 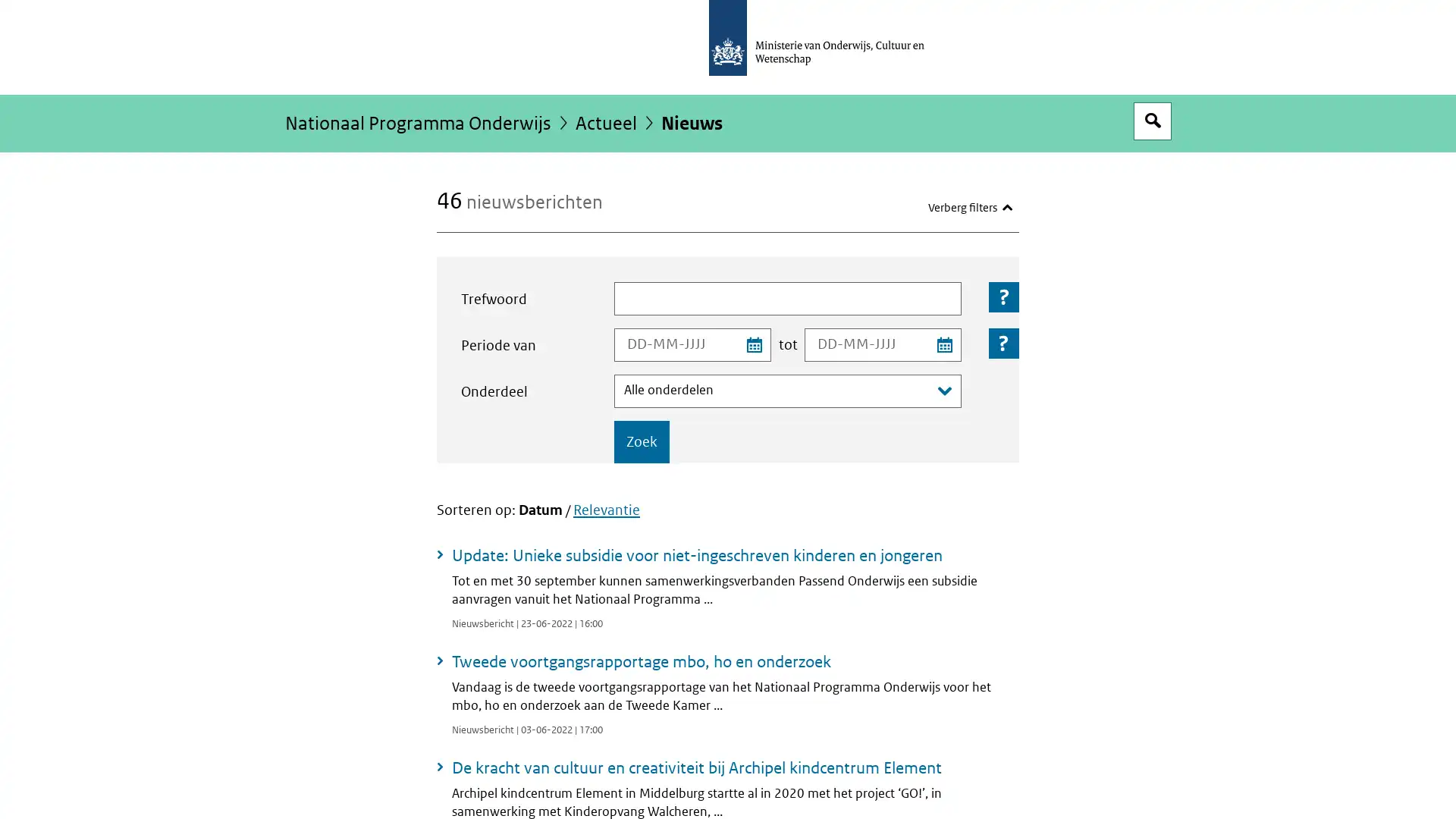 What do you see at coordinates (971, 207) in the screenshot?
I see `Verberg filters` at bounding box center [971, 207].